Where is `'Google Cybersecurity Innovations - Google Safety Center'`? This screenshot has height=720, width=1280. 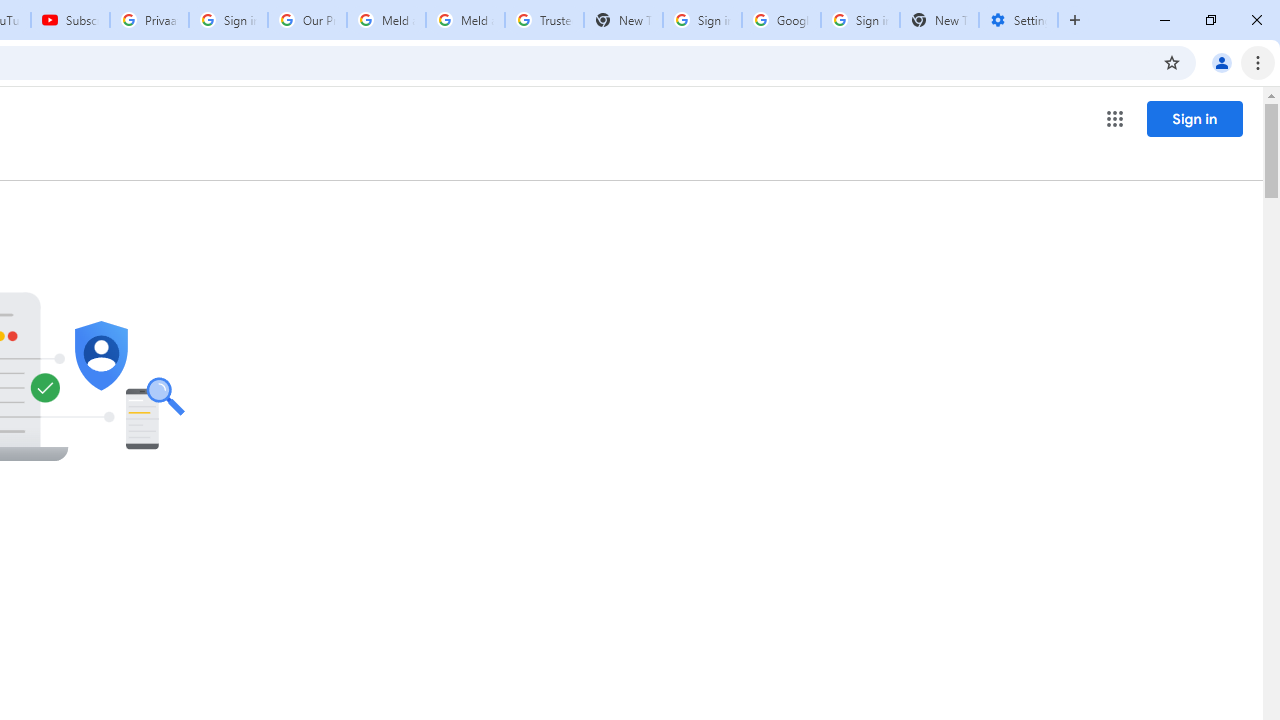 'Google Cybersecurity Innovations - Google Safety Center' is located at coordinates (780, 20).